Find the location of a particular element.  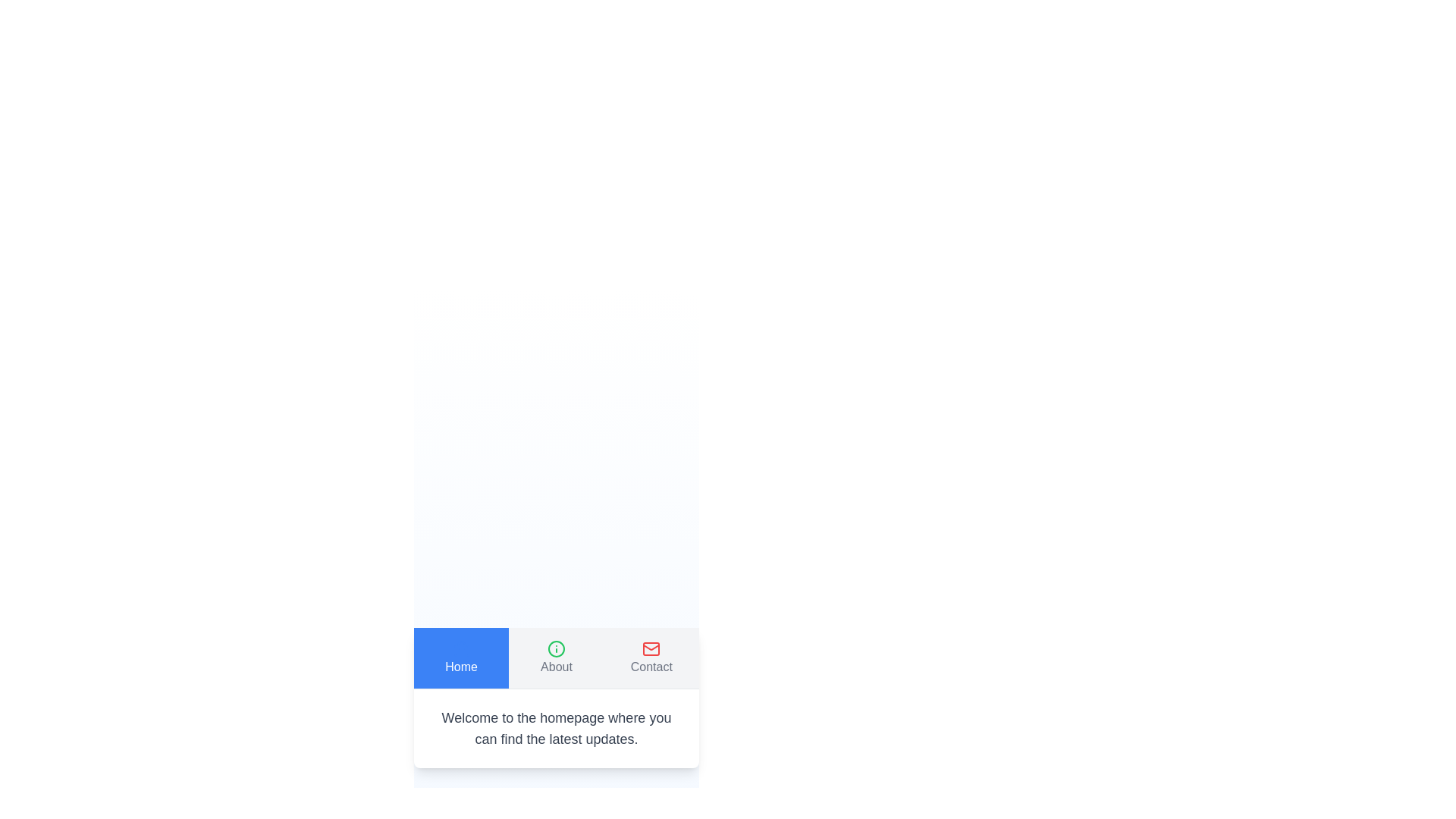

the Contact tab to observe visual feedback is located at coordinates (651, 657).